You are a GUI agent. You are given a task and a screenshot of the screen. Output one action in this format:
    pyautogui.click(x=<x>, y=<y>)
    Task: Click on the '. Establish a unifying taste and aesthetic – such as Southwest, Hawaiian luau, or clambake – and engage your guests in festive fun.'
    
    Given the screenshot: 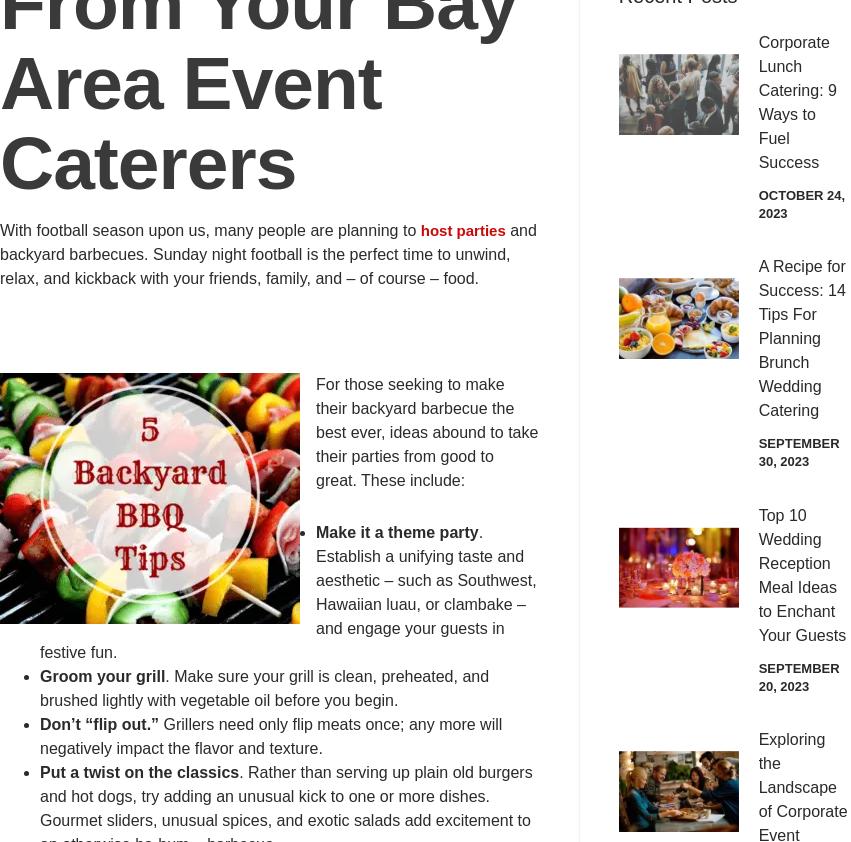 What is the action you would take?
    pyautogui.click(x=287, y=591)
    